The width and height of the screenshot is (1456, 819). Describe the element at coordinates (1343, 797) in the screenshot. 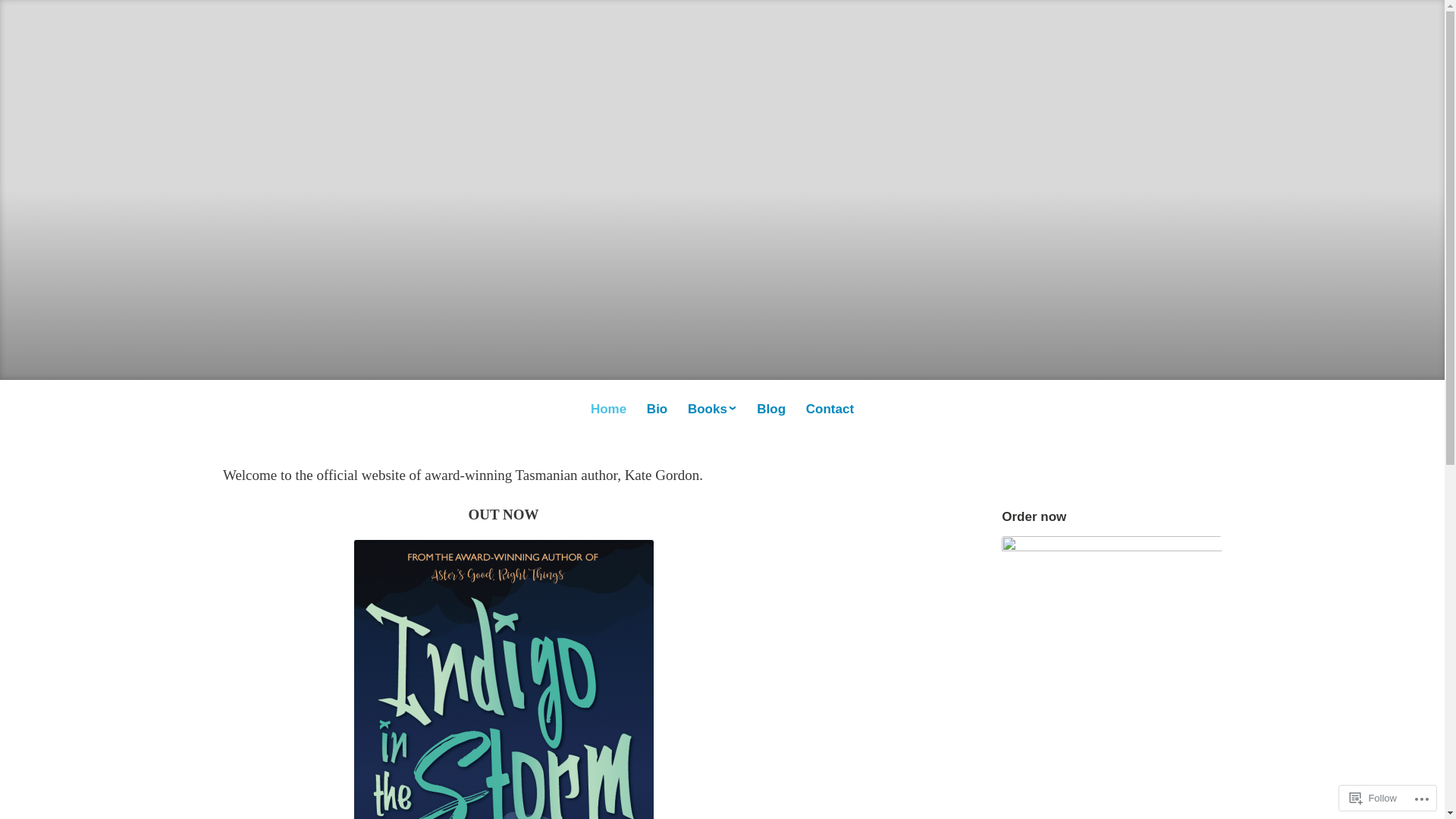

I see `'Follow'` at that location.